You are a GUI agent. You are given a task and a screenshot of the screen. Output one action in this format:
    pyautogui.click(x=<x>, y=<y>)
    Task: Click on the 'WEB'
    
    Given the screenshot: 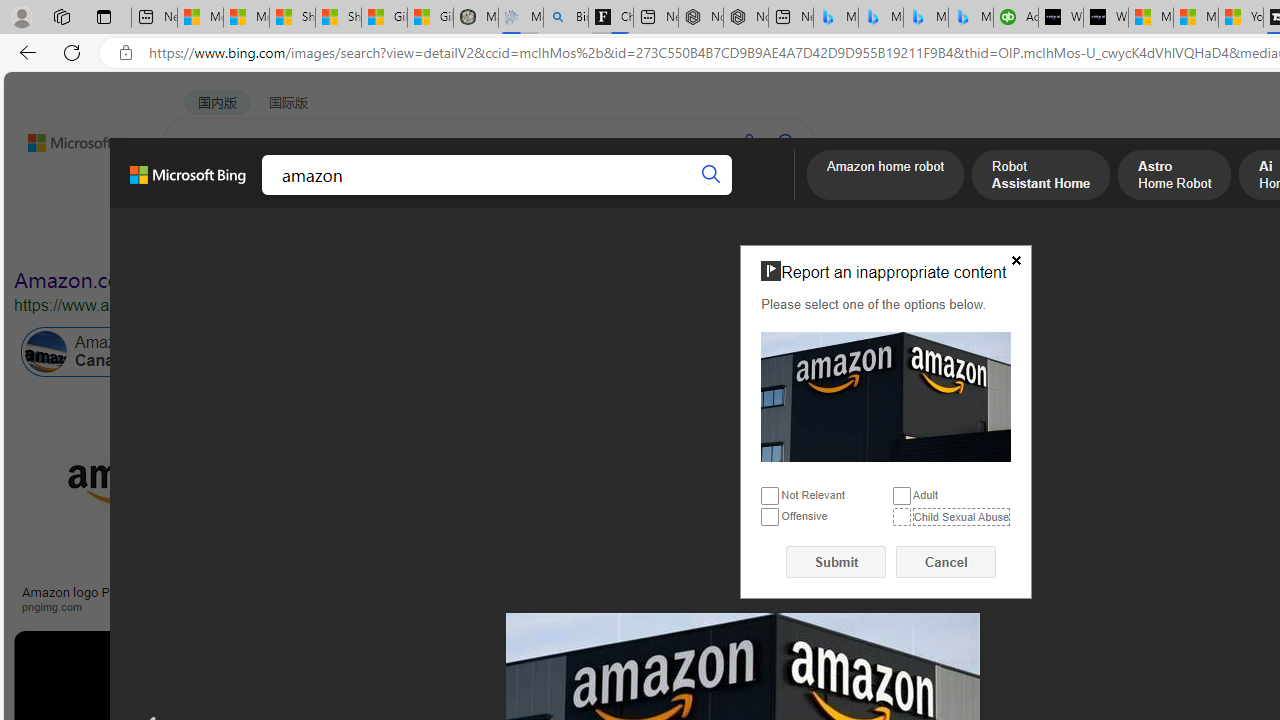 What is the action you would take?
    pyautogui.click(x=201, y=195)
    